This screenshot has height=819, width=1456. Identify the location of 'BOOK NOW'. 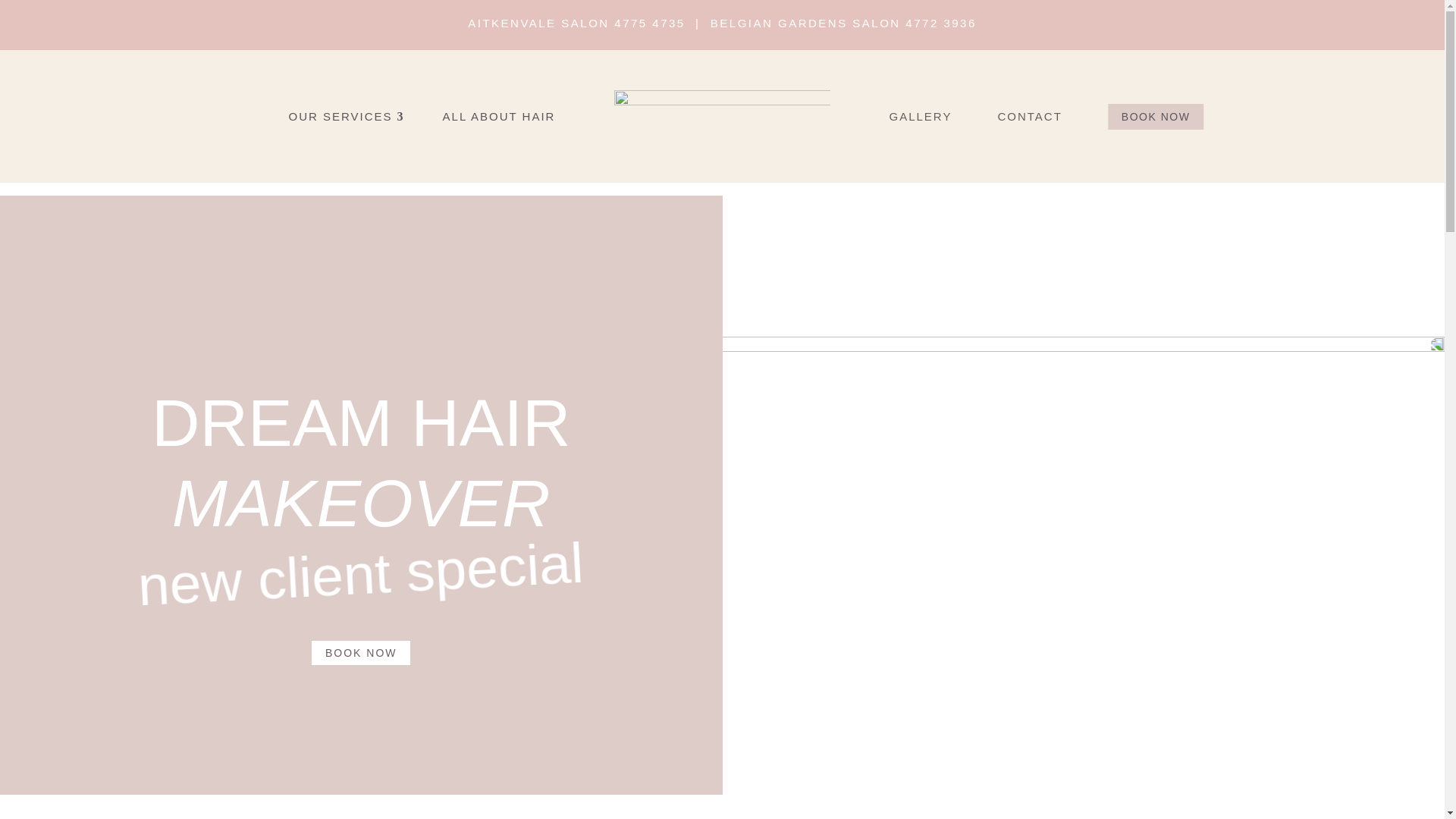
(1155, 115).